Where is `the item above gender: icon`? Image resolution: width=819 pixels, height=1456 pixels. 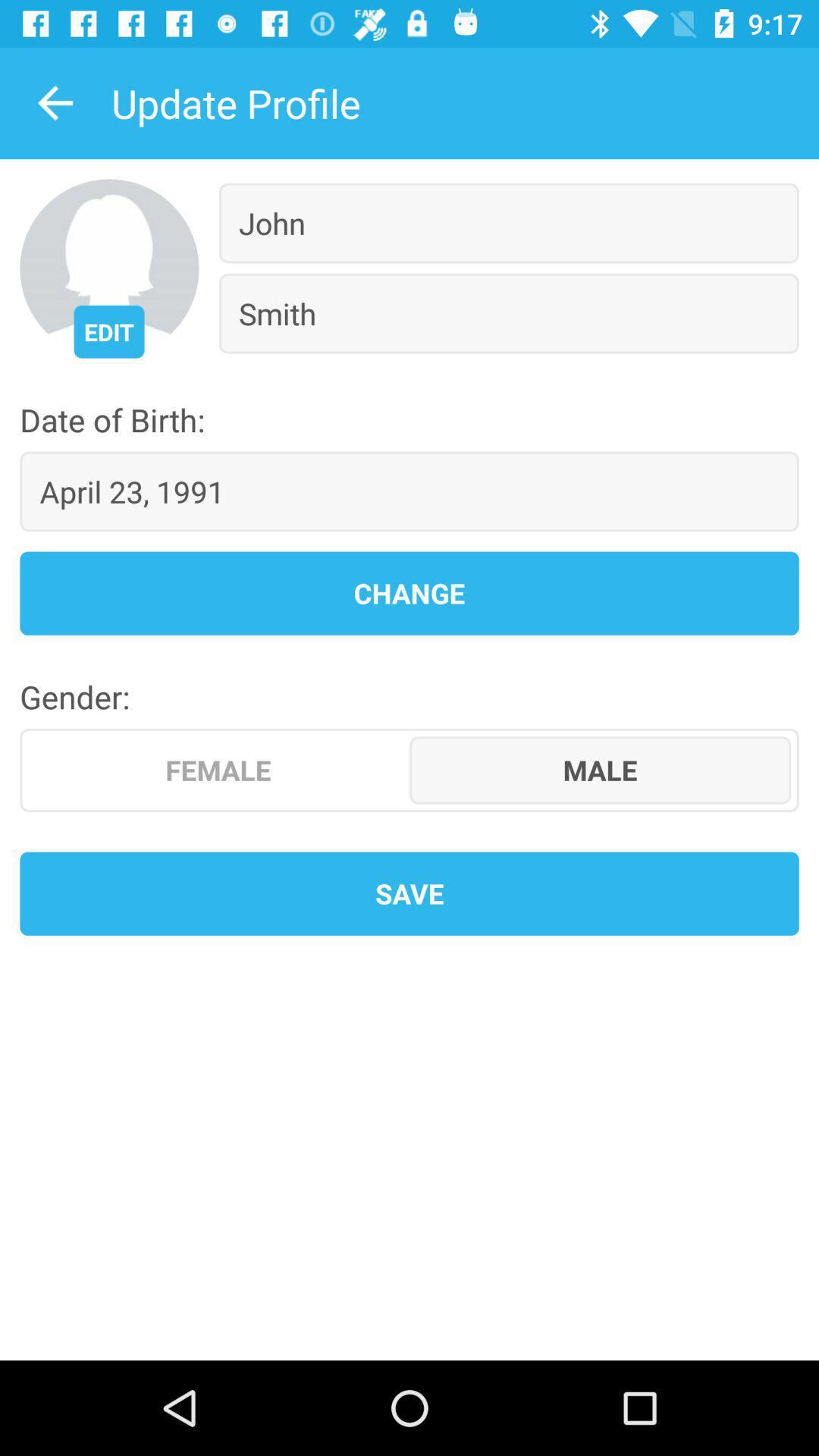 the item above gender: icon is located at coordinates (409, 592).